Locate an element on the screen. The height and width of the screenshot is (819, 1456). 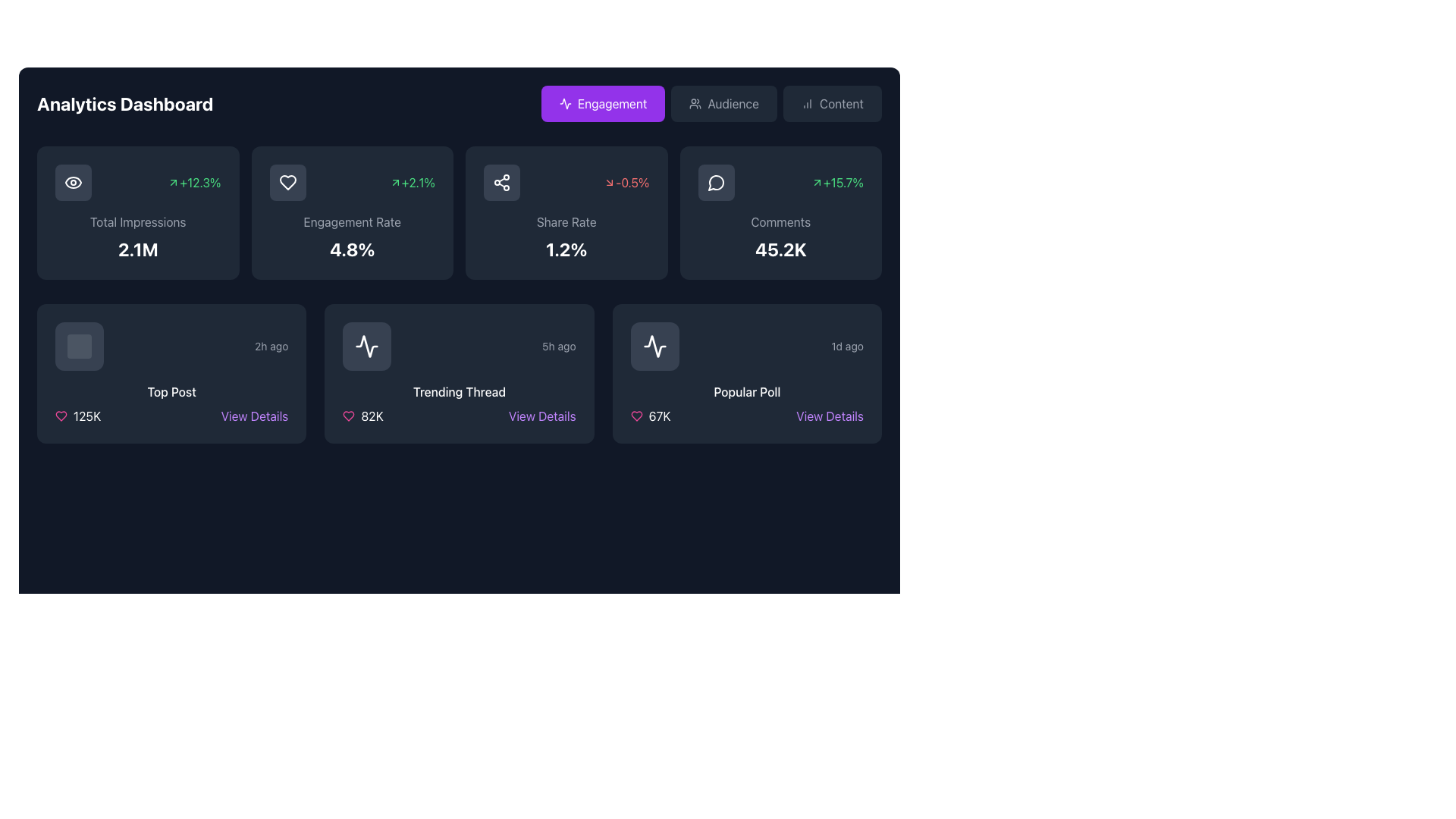
the heart icon outlined in white against a dark gray rounded rectangle background, located in the second card of the top row in the analytics dashboard, which displays 'Engagement Rate' is located at coordinates (287, 181).